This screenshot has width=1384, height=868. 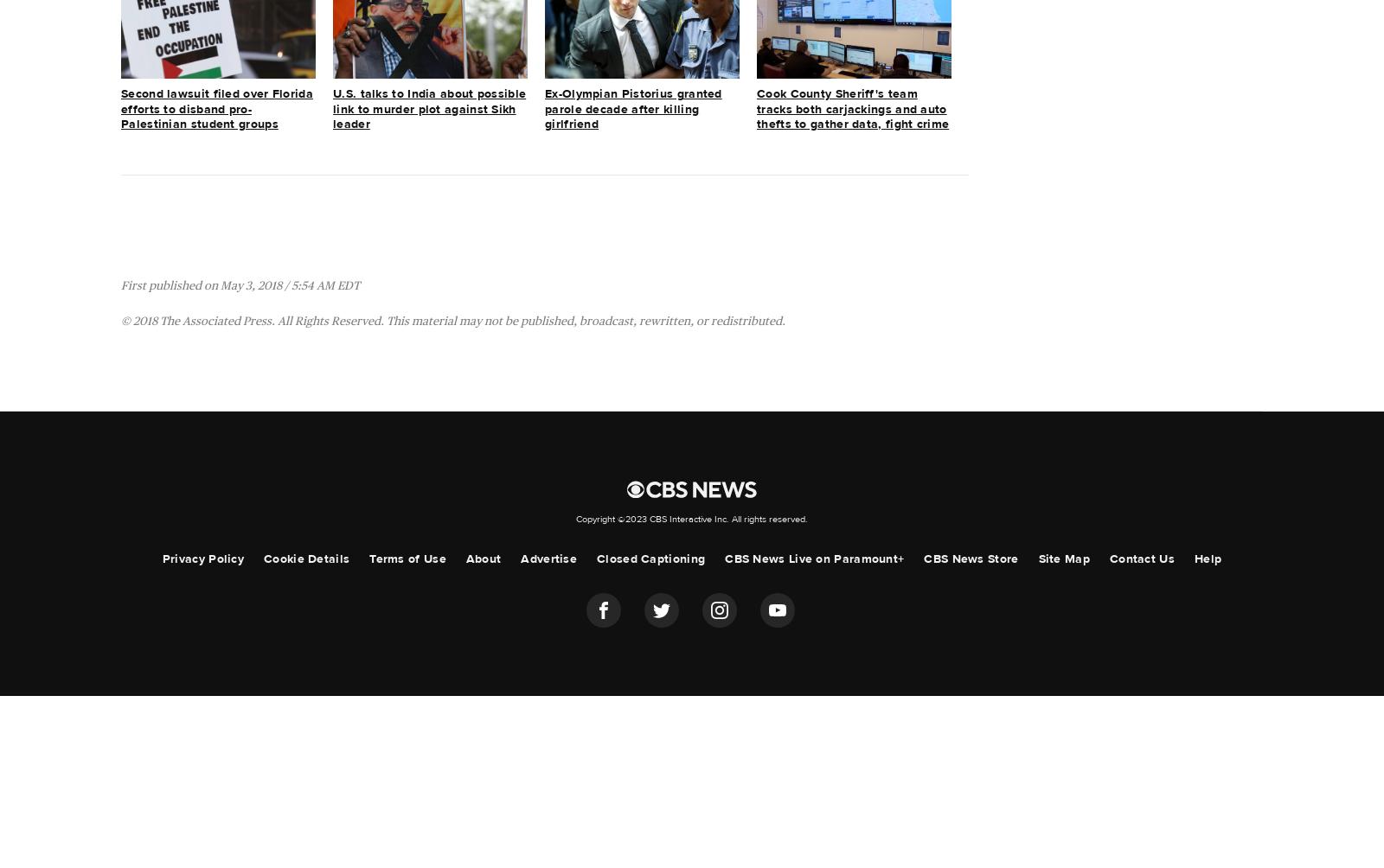 What do you see at coordinates (407, 557) in the screenshot?
I see `'Terms of Use'` at bounding box center [407, 557].